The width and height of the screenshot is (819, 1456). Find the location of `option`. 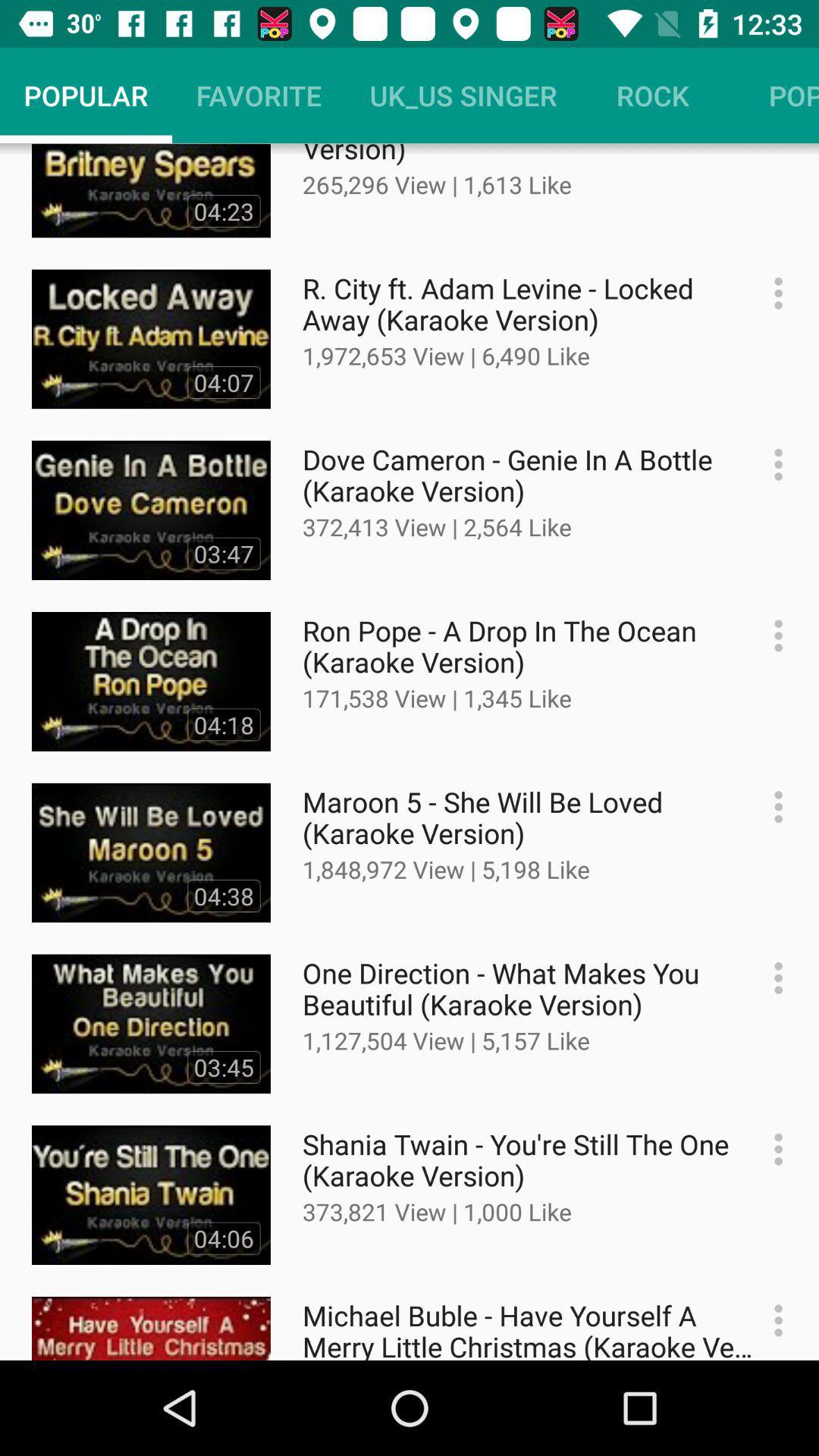

option is located at coordinates (770, 978).